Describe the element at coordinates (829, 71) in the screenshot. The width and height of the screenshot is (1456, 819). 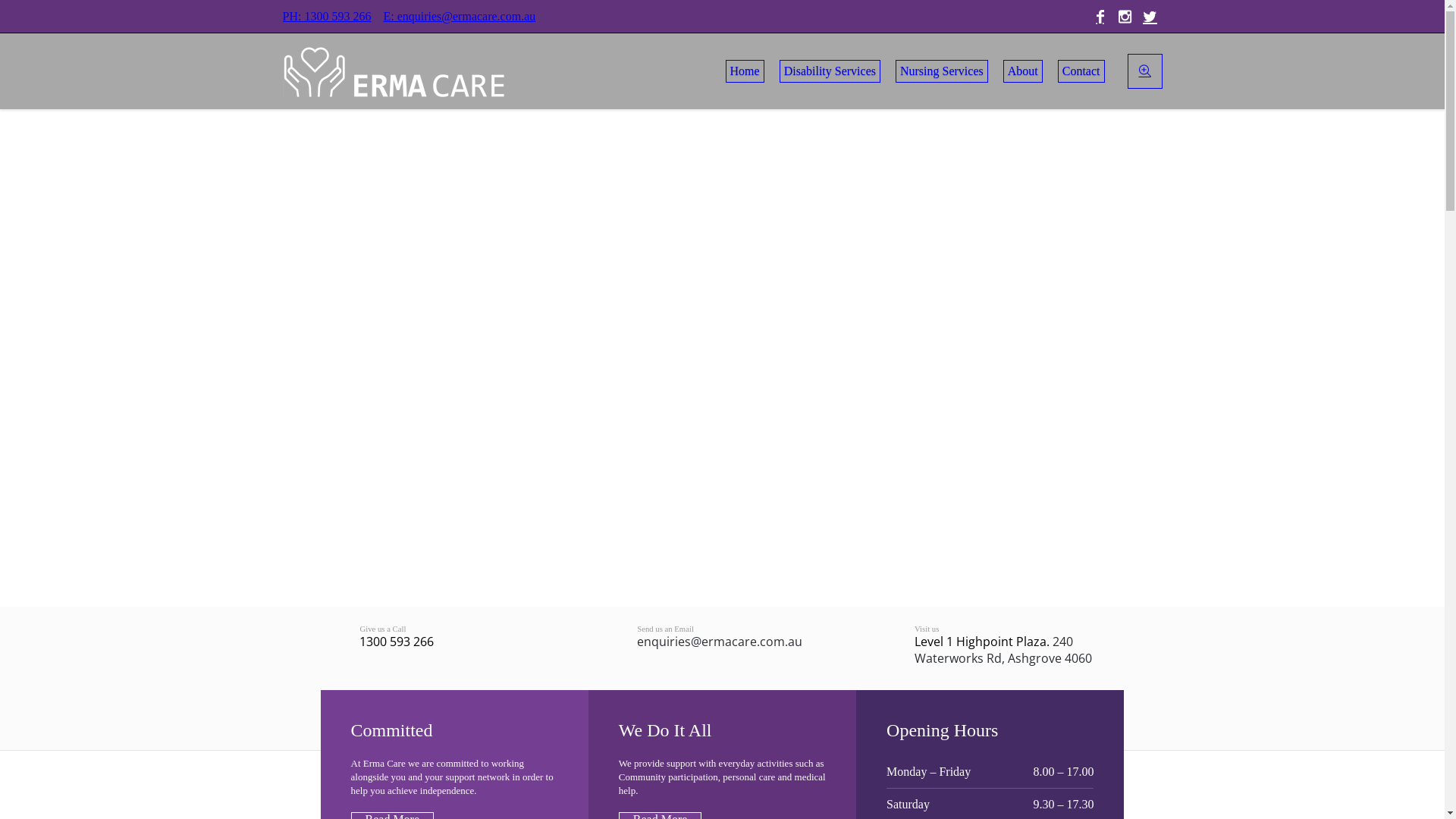
I see `'Disability Services'` at that location.